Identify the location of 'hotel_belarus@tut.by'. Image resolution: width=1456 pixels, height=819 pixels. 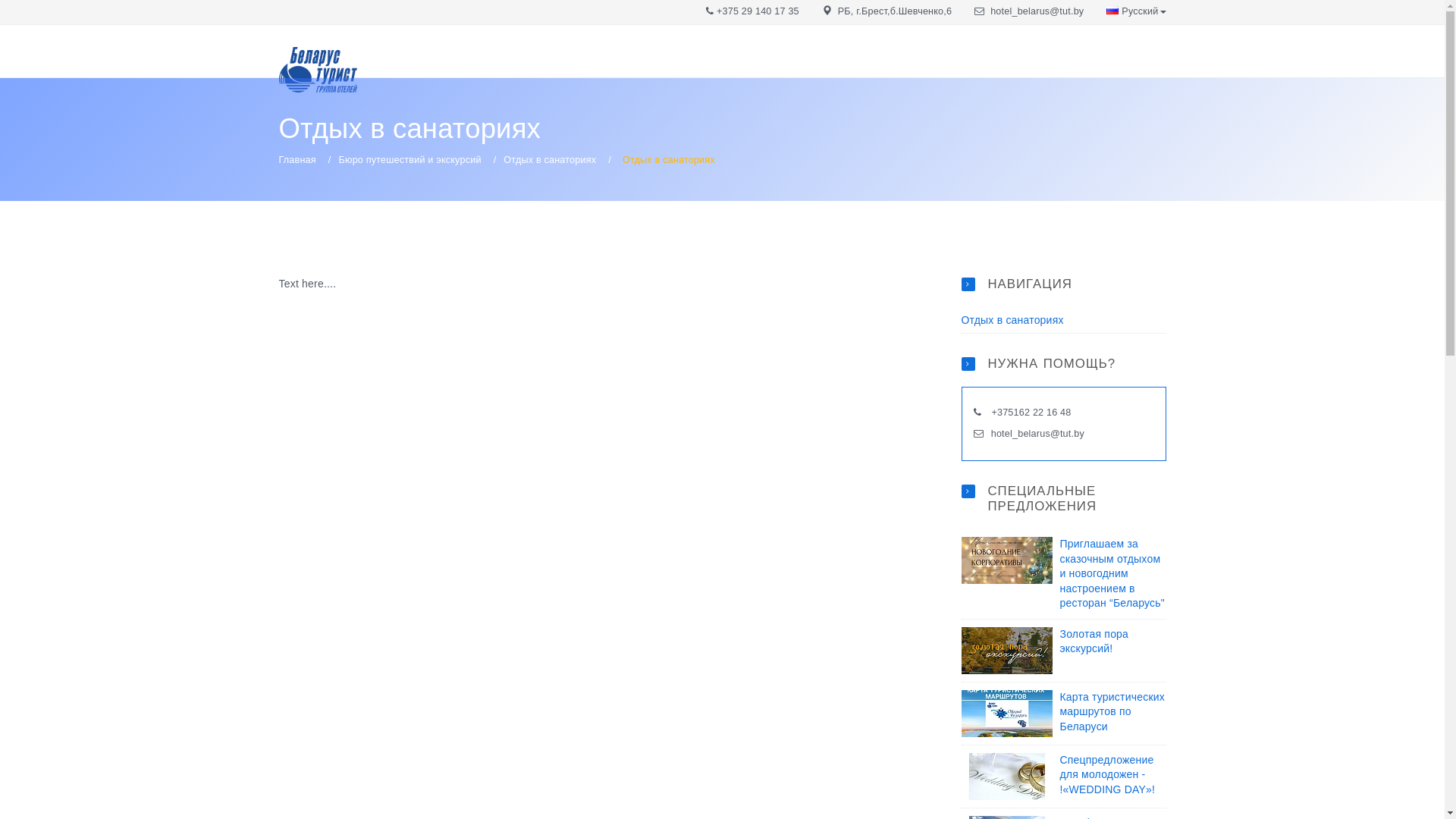
(1036, 11).